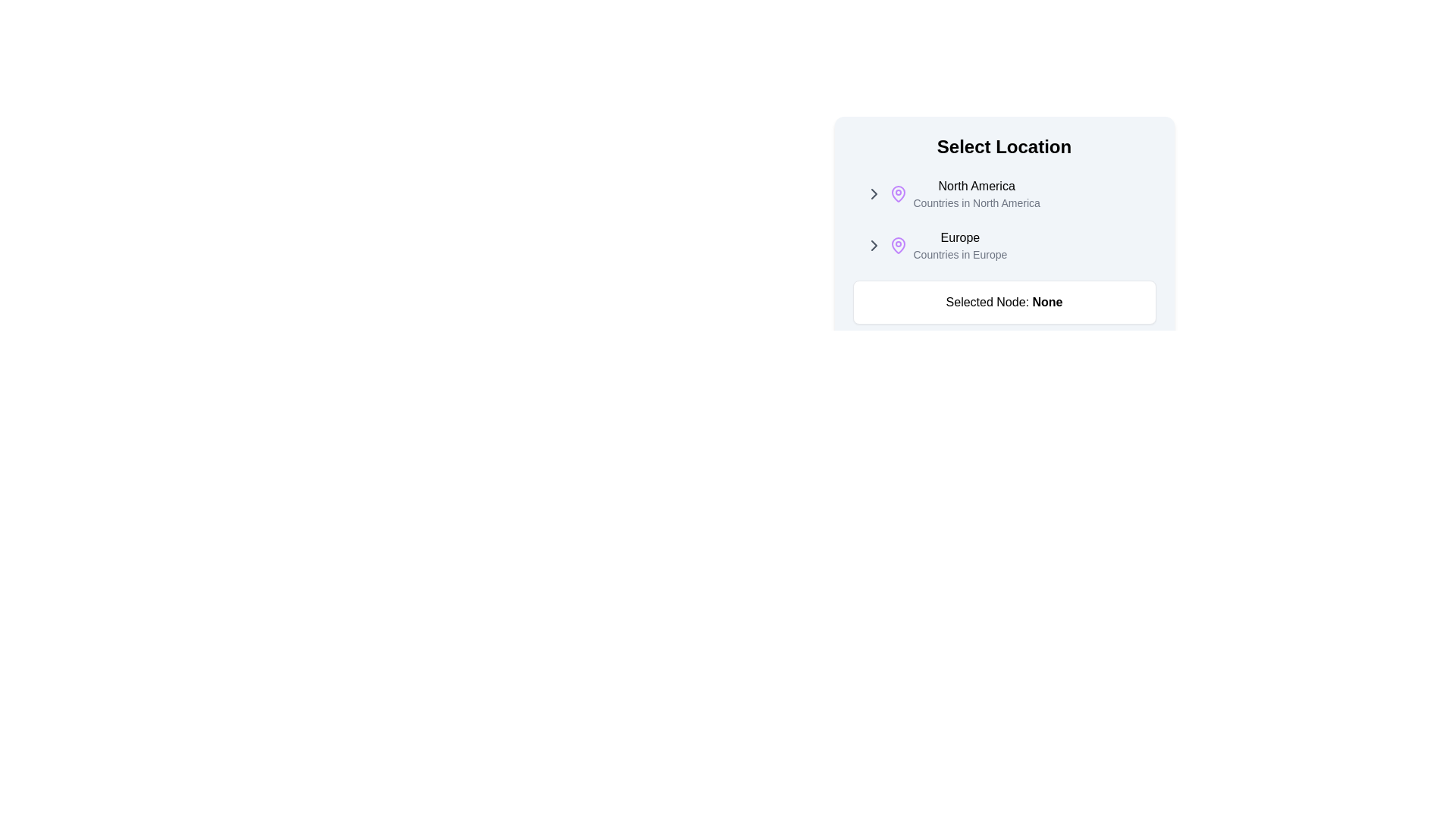 This screenshot has width=1456, height=819. Describe the element at coordinates (1046, 302) in the screenshot. I see `the text label that displays 'None' in bold black font, located within a white rectangular section beneath the header 'Selected Node'` at that location.